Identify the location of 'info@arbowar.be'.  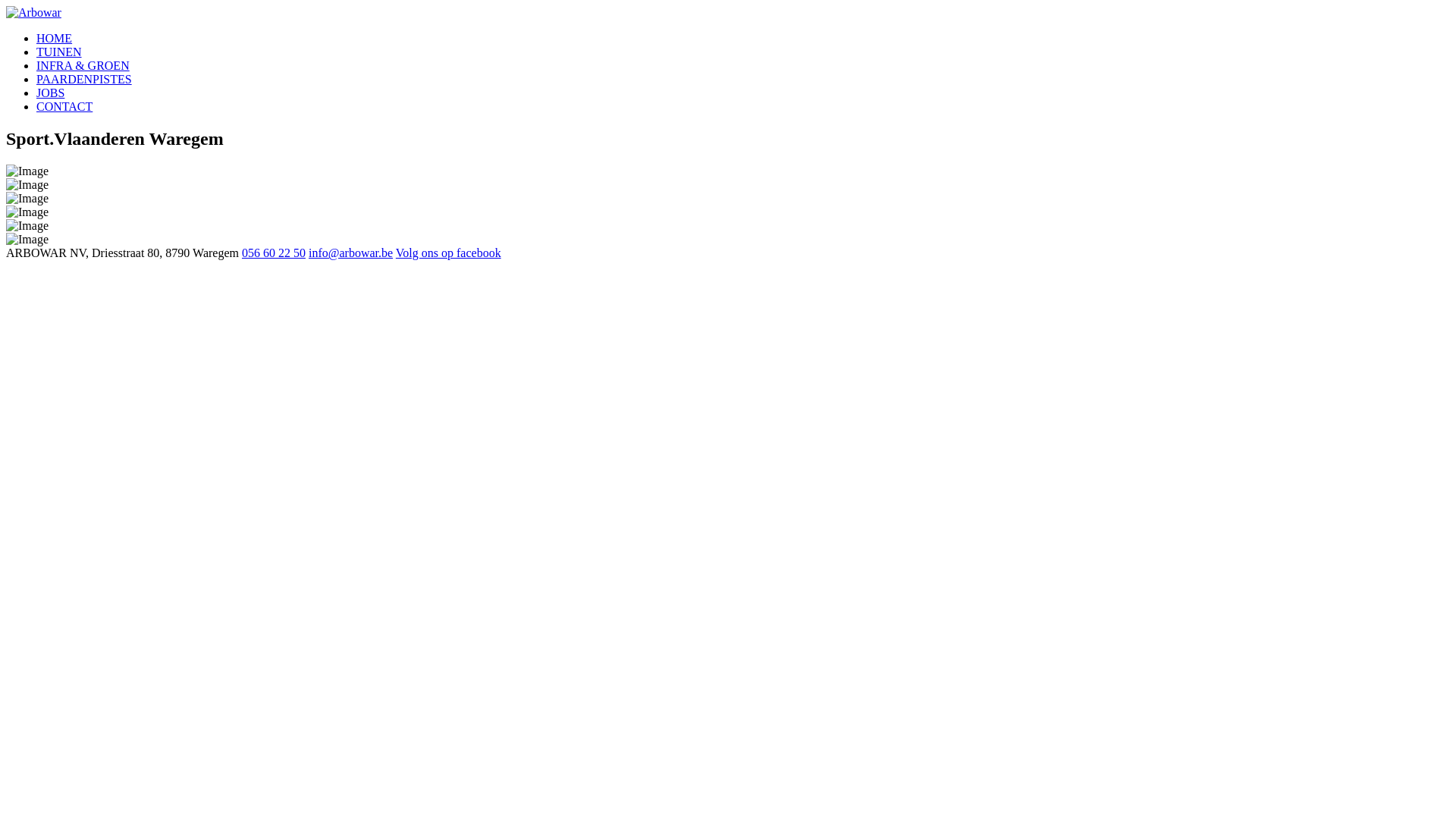
(350, 252).